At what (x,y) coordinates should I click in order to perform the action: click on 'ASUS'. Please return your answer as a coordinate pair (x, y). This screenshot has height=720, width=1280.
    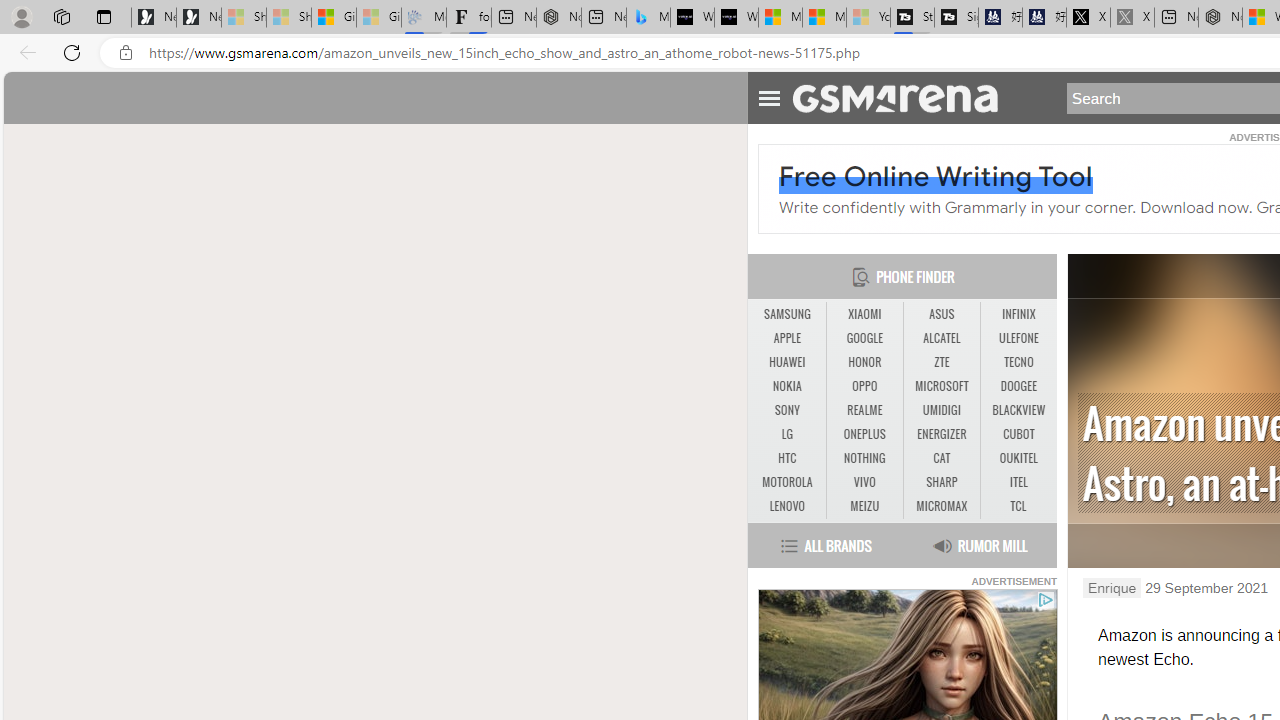
    Looking at the image, I should click on (941, 315).